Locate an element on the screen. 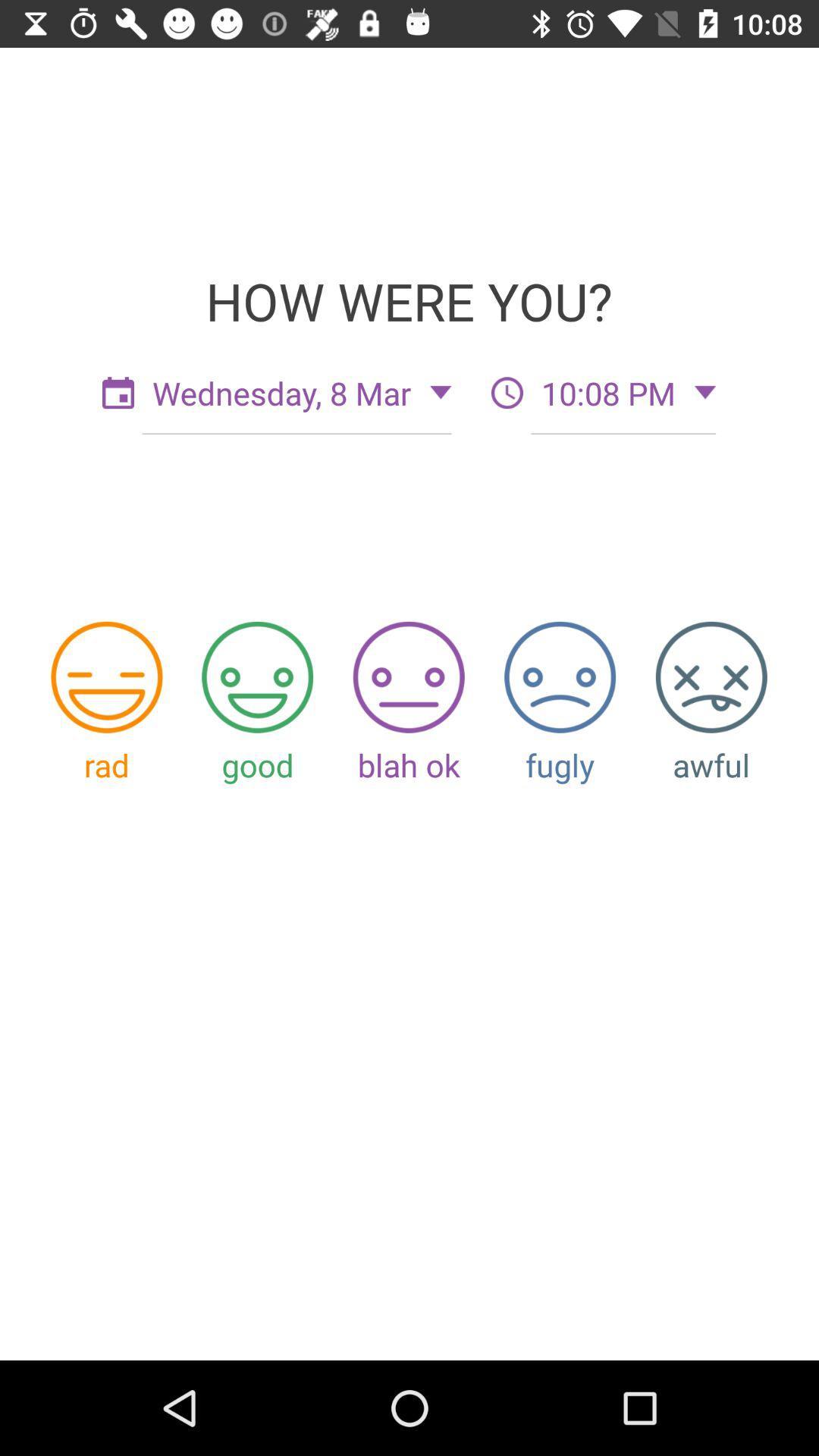  awful is located at coordinates (711, 676).